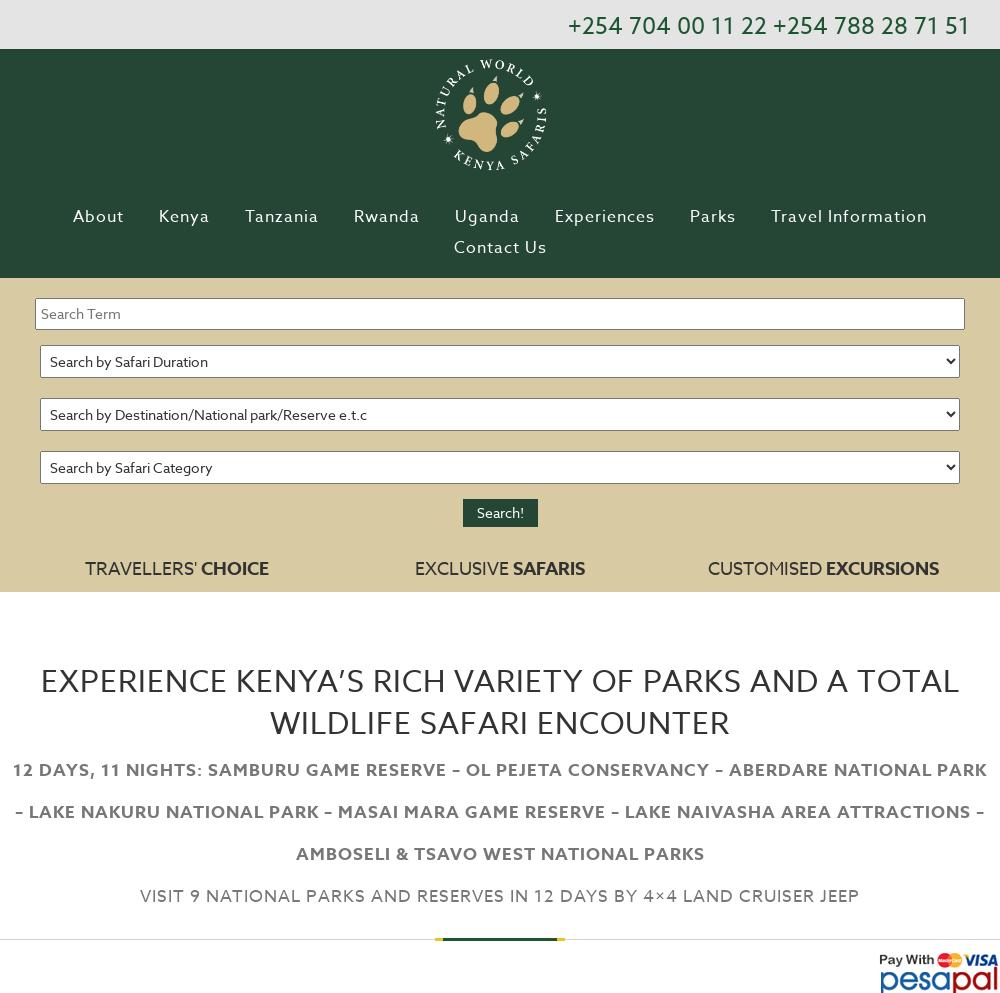  Describe the element at coordinates (452, 246) in the screenshot. I see `'Contact Us'` at that location.